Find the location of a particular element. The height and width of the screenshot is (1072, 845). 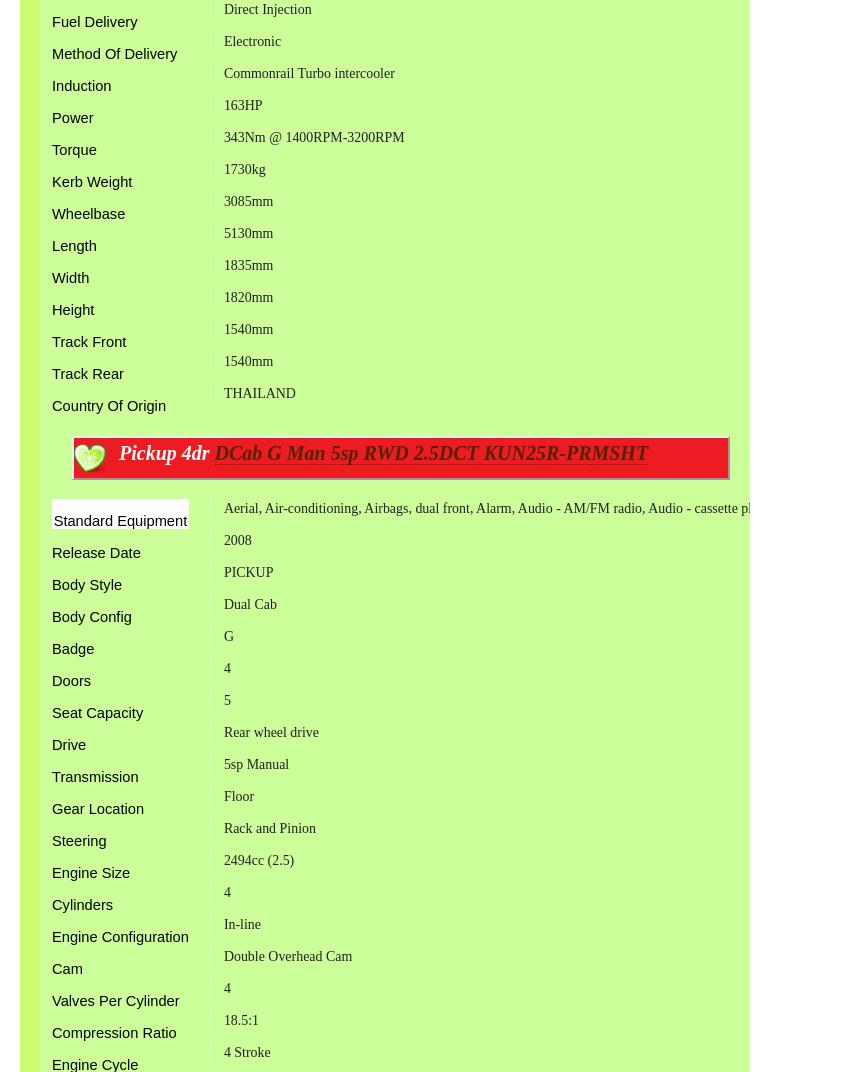

'Country 
					   Of Origin' is located at coordinates (50, 404).